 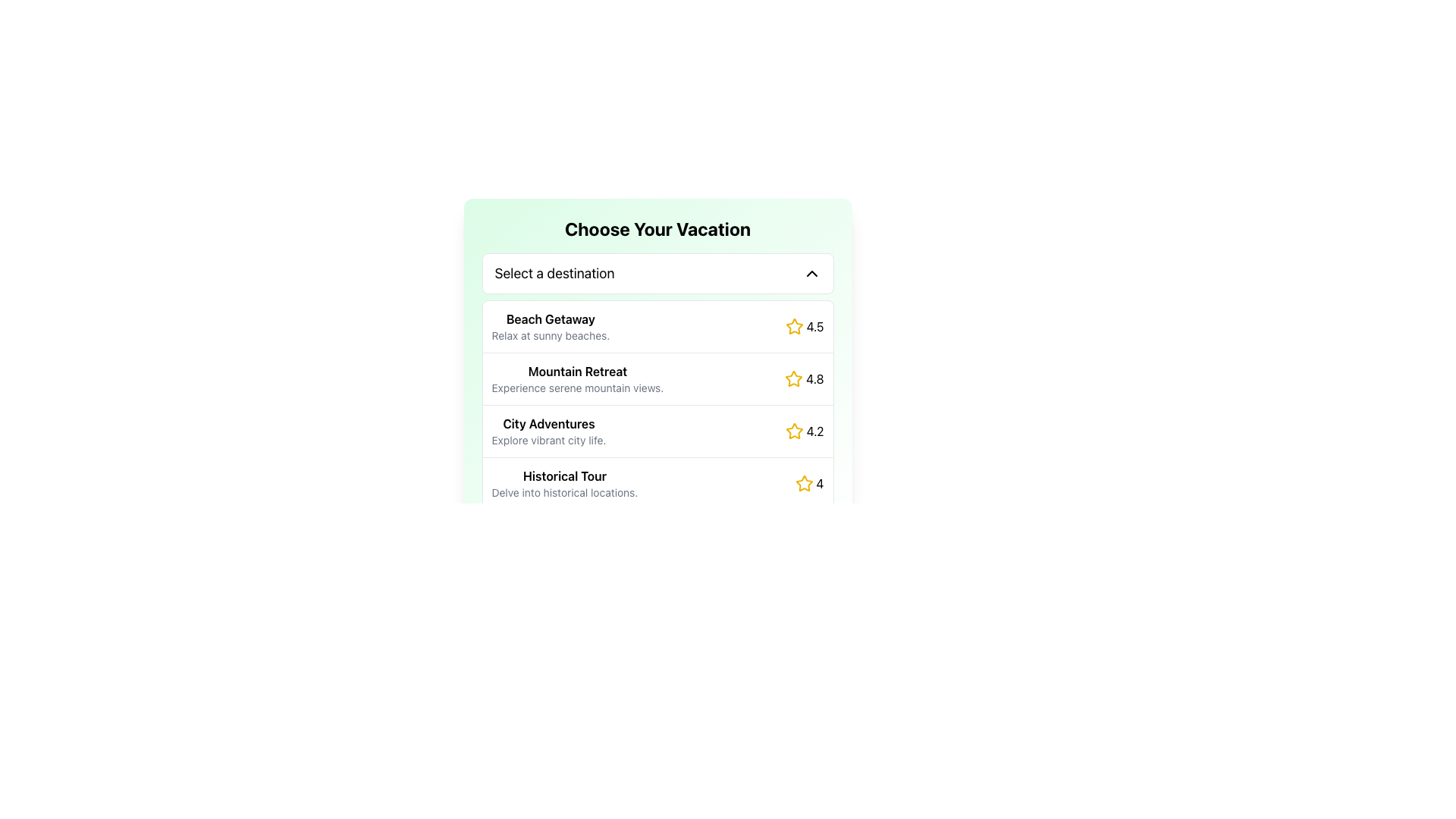 I want to click on the star icon representing the rating for the 'Mountain Retreat' destination, which is visually indicated as the first element in its group, positioned to the left of the numeric rating of 4.8, so click(x=793, y=378).